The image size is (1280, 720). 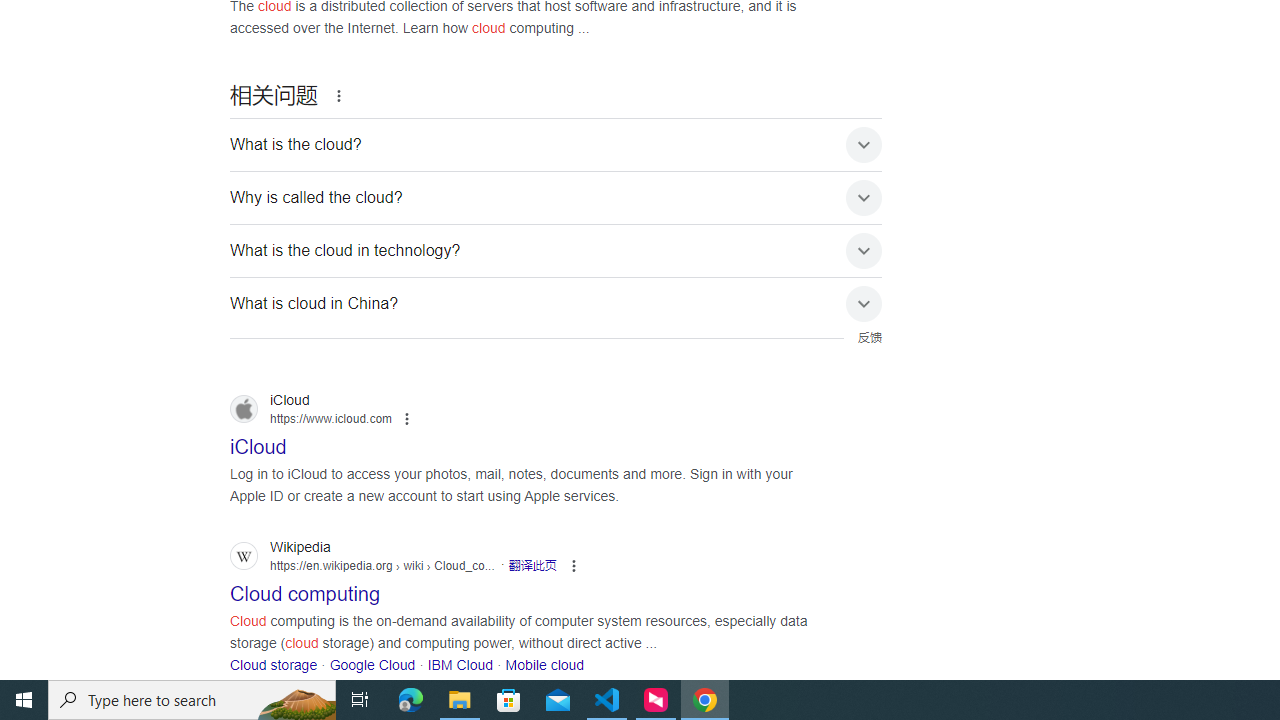 What do you see at coordinates (372, 665) in the screenshot?
I see `'Google Cloud'` at bounding box center [372, 665].